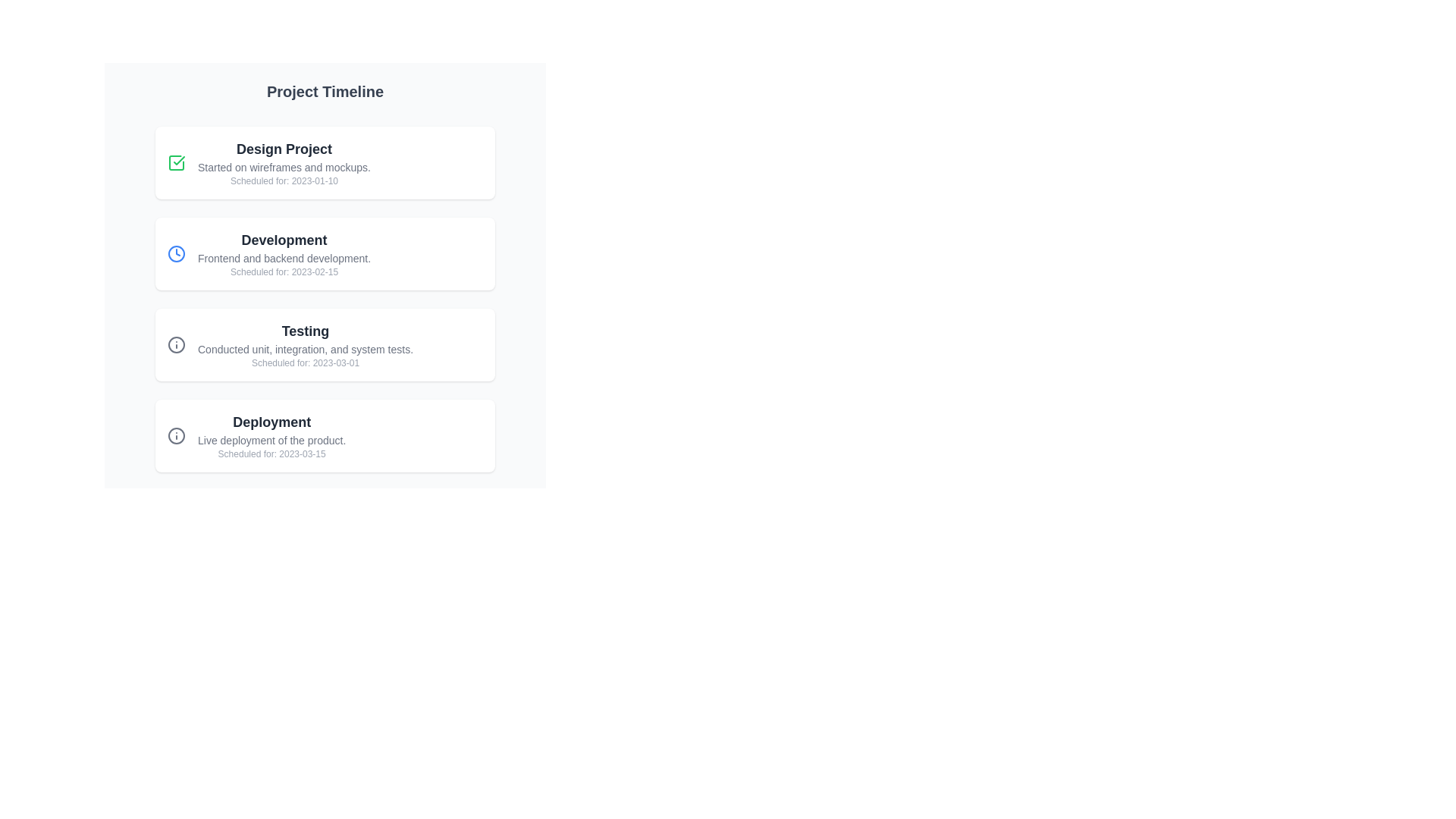  What do you see at coordinates (324, 163) in the screenshot?
I see `the task item for 'Design Project' located below the heading 'Project Timeline'` at bounding box center [324, 163].